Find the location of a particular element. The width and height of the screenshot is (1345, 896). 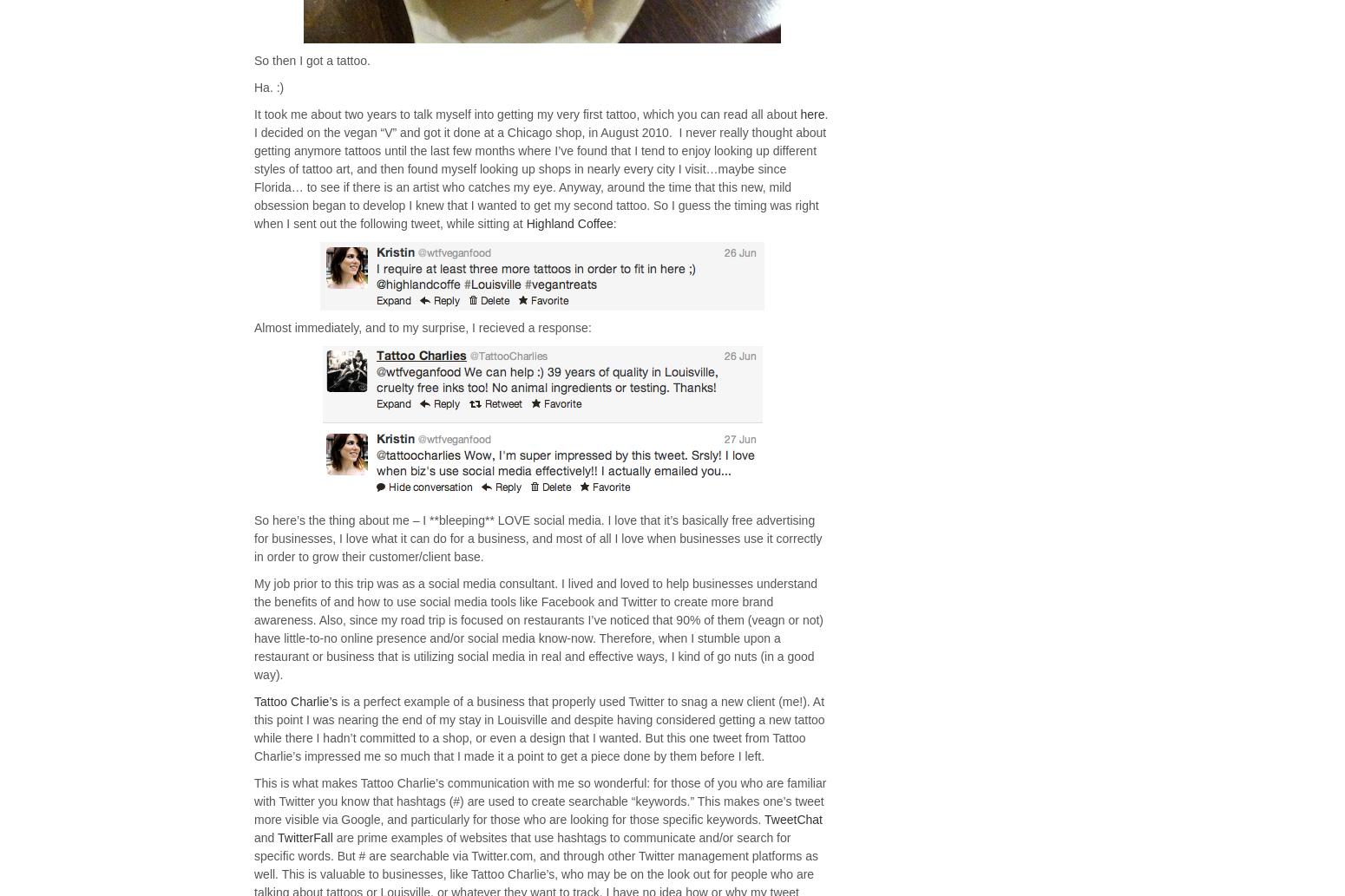

'This is what makes Tattoo Charlie’s communication with me so wonderful: for those of you who are familiar with Twitter you know that hashtags (#) are used to create searchable “keywords.” This makes one’s tweet more visible via Google, and particularly for those who are looking for those specific keywords.' is located at coordinates (539, 801).